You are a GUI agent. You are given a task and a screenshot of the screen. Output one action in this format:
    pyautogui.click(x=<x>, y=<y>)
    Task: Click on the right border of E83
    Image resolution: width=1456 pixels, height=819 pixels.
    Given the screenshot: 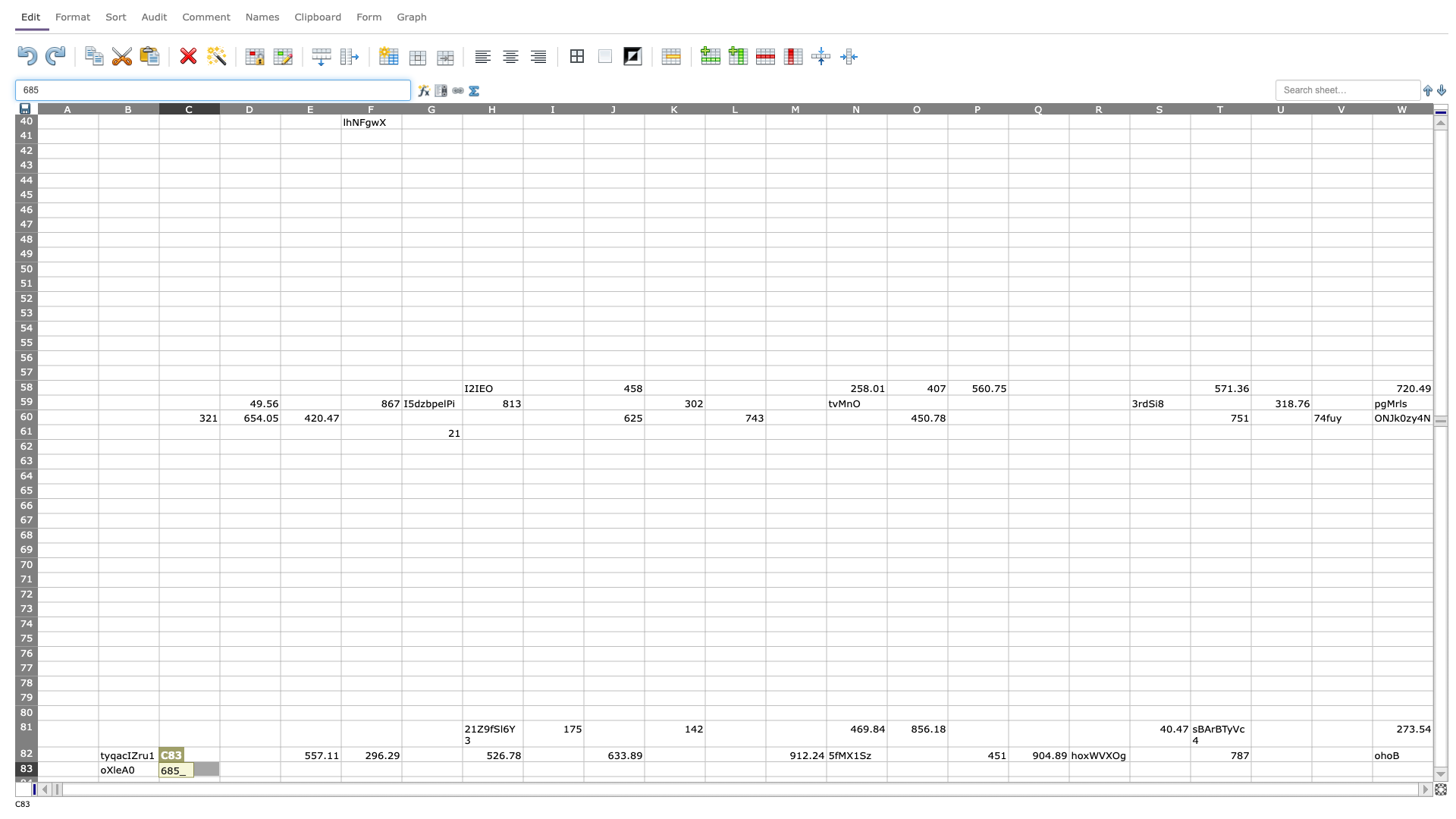 What is the action you would take?
    pyautogui.click(x=340, y=769)
    